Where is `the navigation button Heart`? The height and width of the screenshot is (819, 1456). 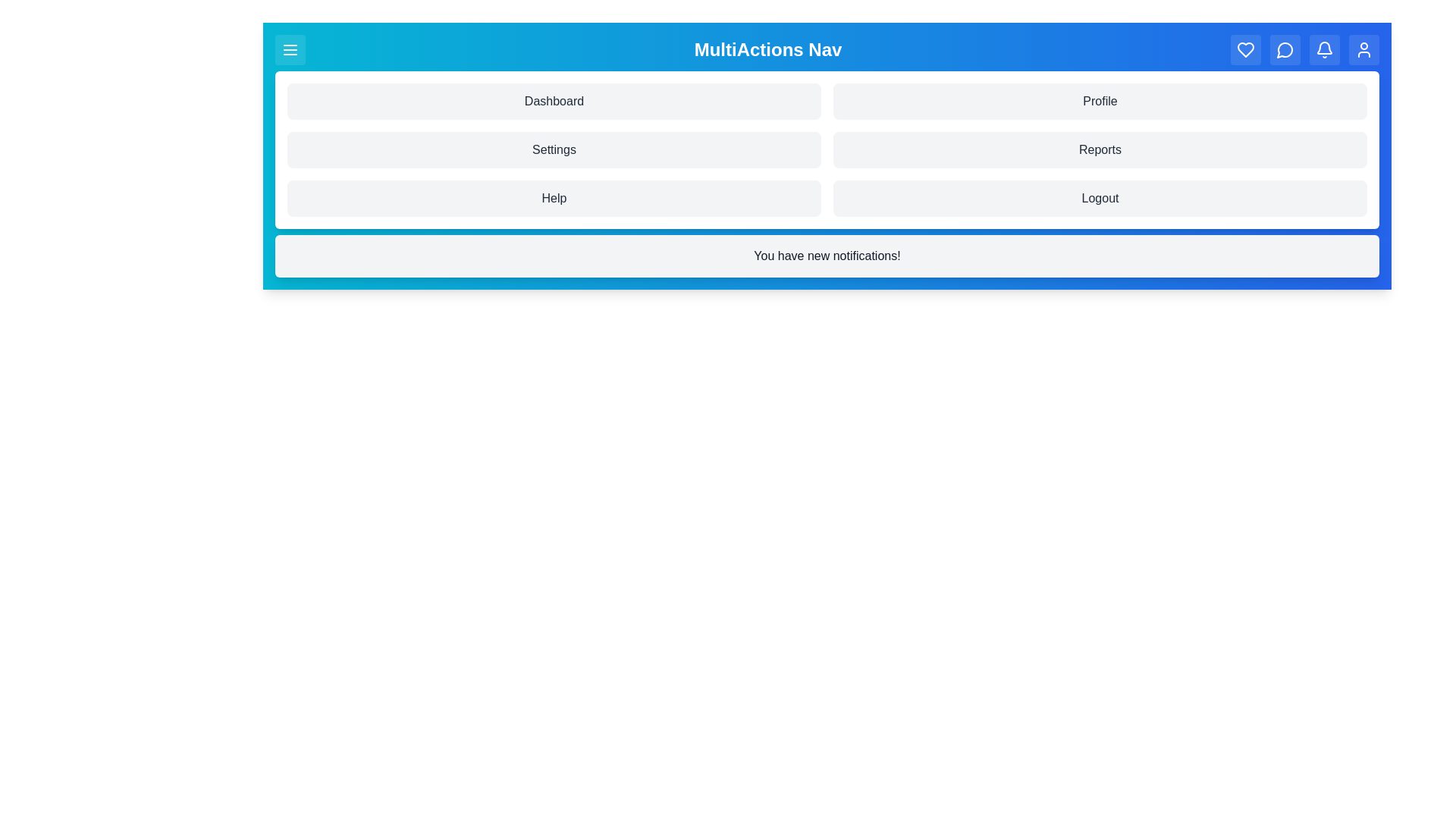
the navigation button Heart is located at coordinates (1245, 49).